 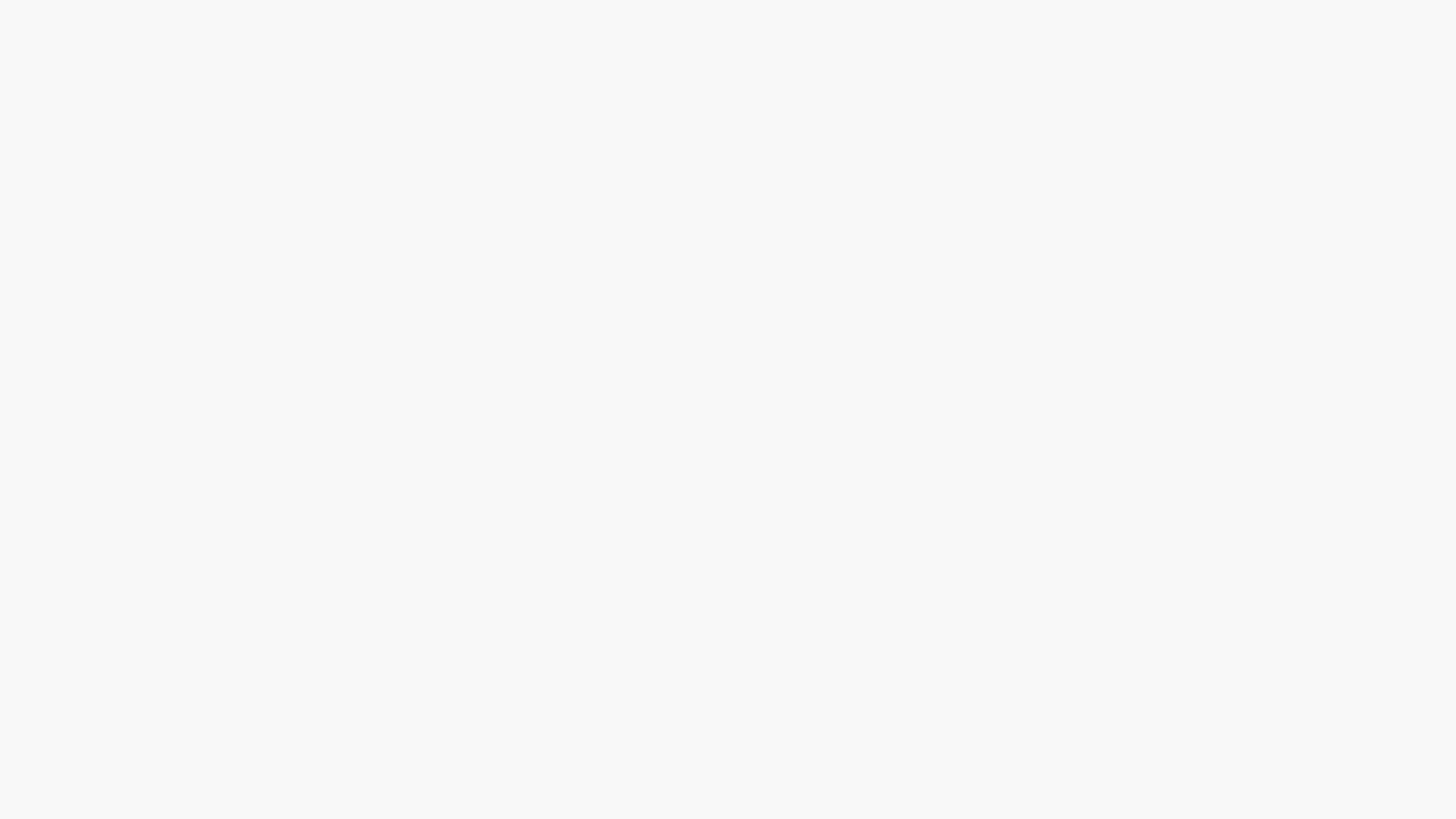 I want to click on Botao Compartilhar, so click(x=18, y=429).